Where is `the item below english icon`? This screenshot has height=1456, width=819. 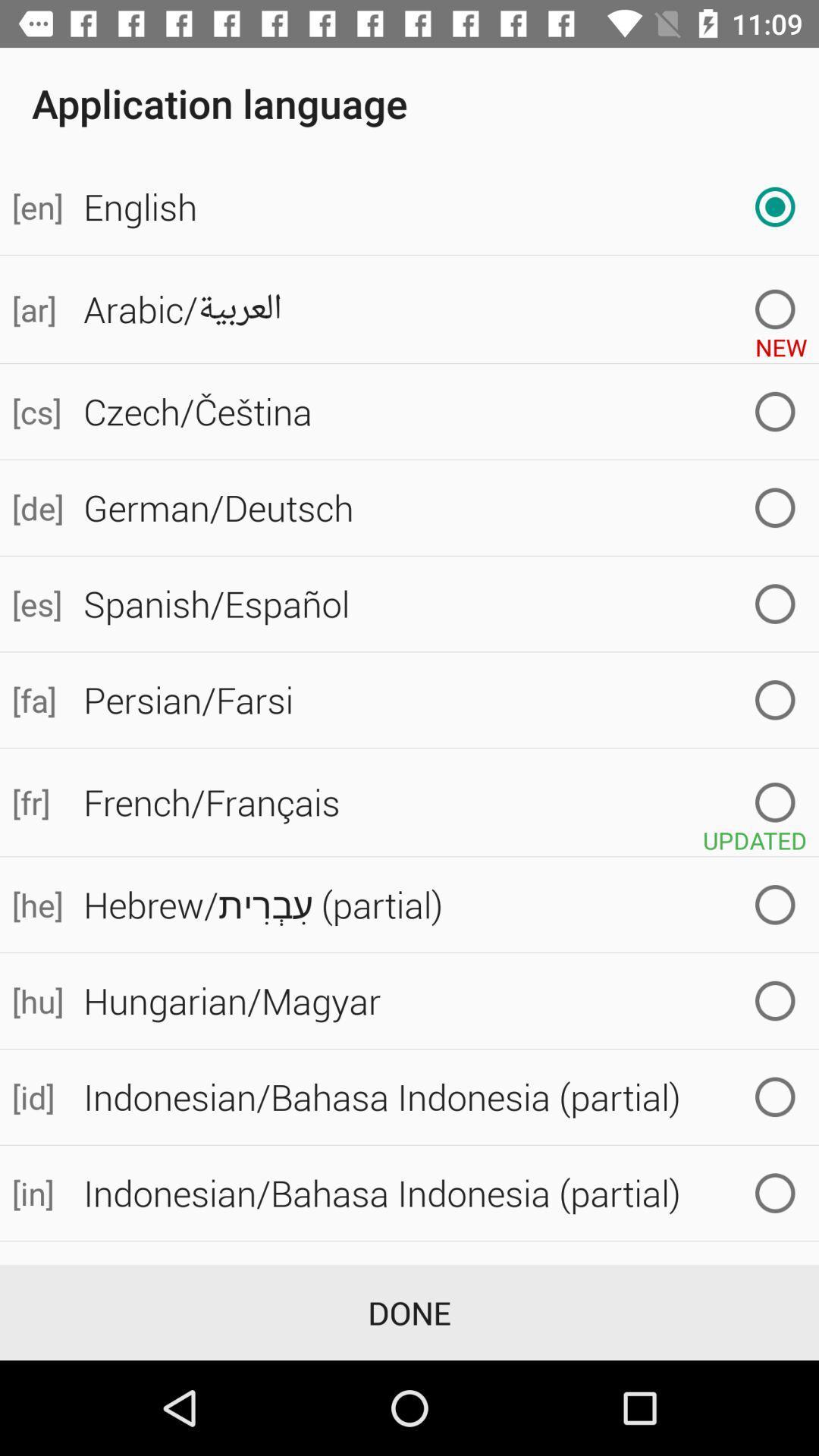
the item below english icon is located at coordinates (35, 309).